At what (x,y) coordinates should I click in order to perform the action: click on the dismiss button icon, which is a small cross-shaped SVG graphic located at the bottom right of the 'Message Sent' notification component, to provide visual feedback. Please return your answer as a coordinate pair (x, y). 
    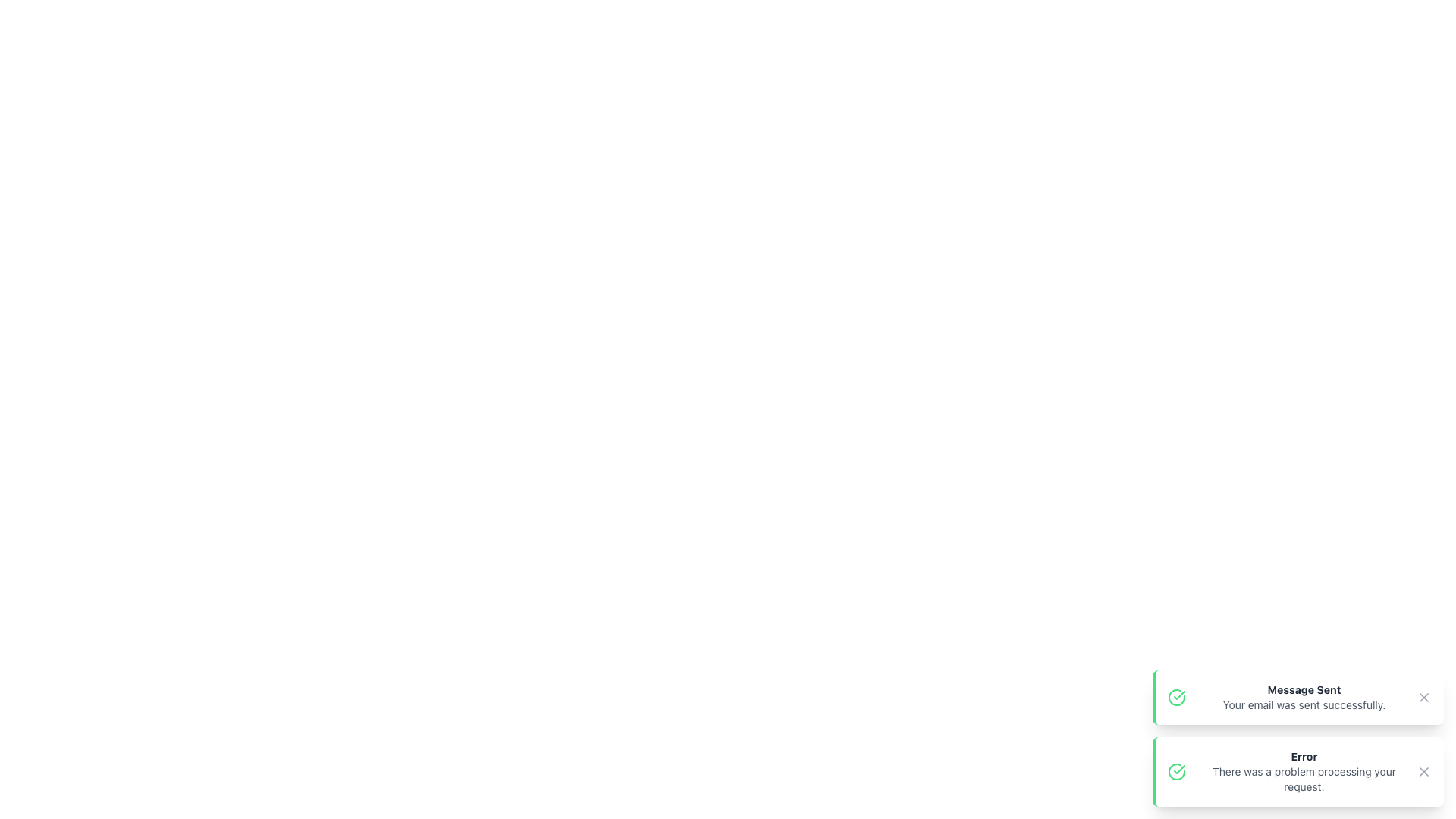
    Looking at the image, I should click on (1423, 698).